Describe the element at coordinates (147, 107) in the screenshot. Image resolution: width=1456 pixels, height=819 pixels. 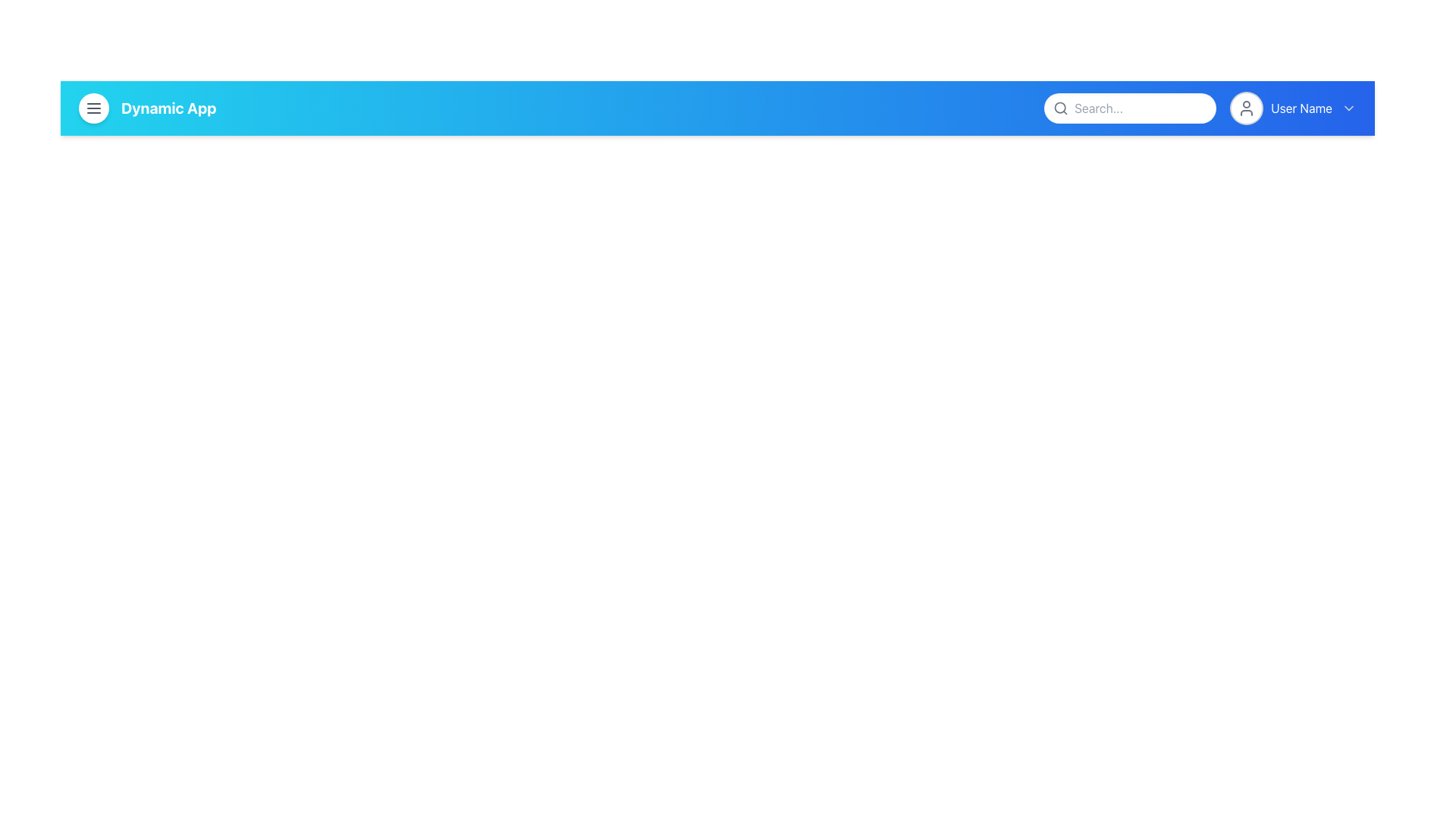
I see `the 'Dynamic App' text label, which is styled in bold white font against a gradient blue background` at that location.